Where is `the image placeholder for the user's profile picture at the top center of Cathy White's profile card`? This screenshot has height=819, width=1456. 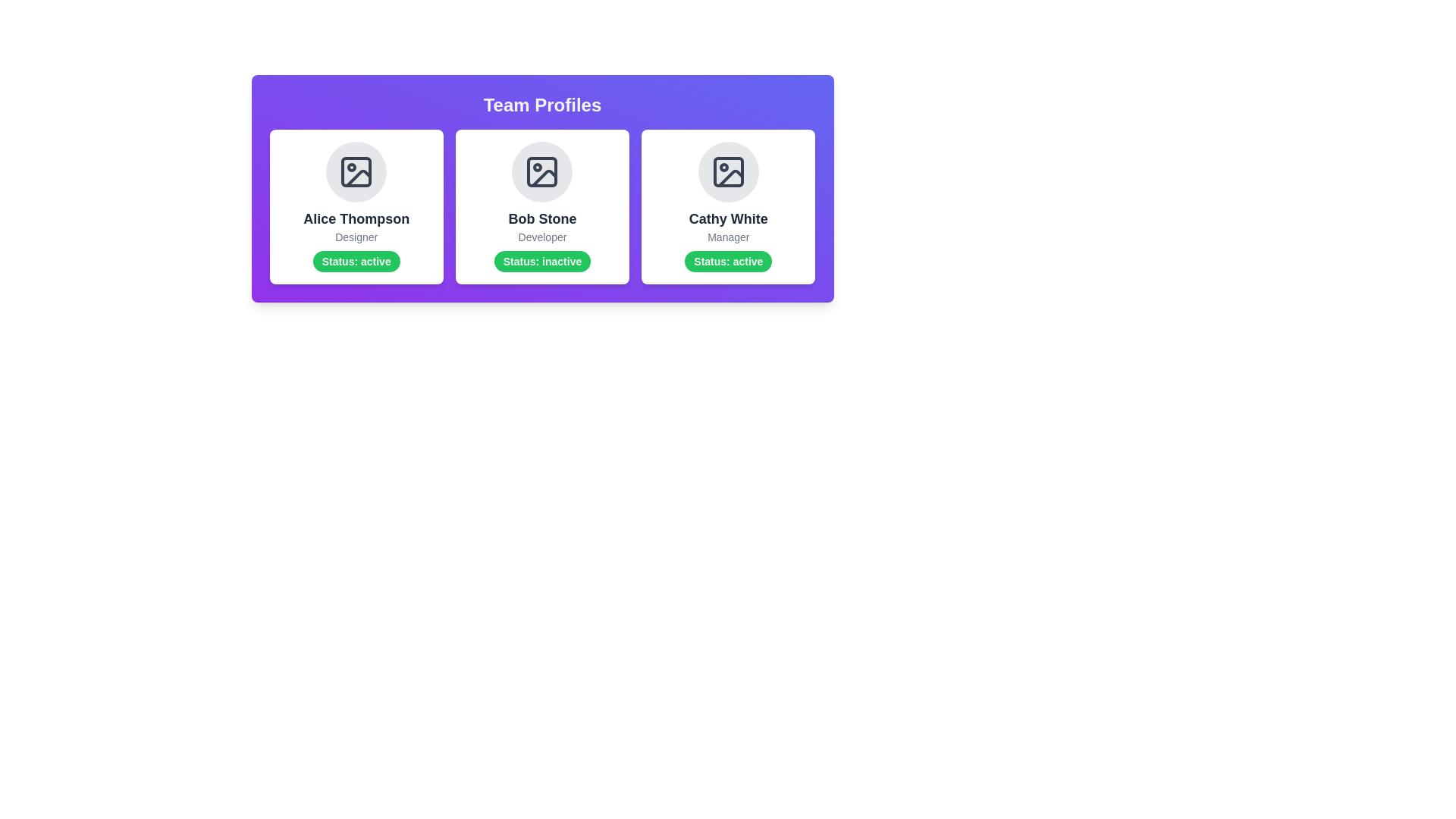 the image placeholder for the user's profile picture at the top center of Cathy White's profile card is located at coordinates (728, 171).